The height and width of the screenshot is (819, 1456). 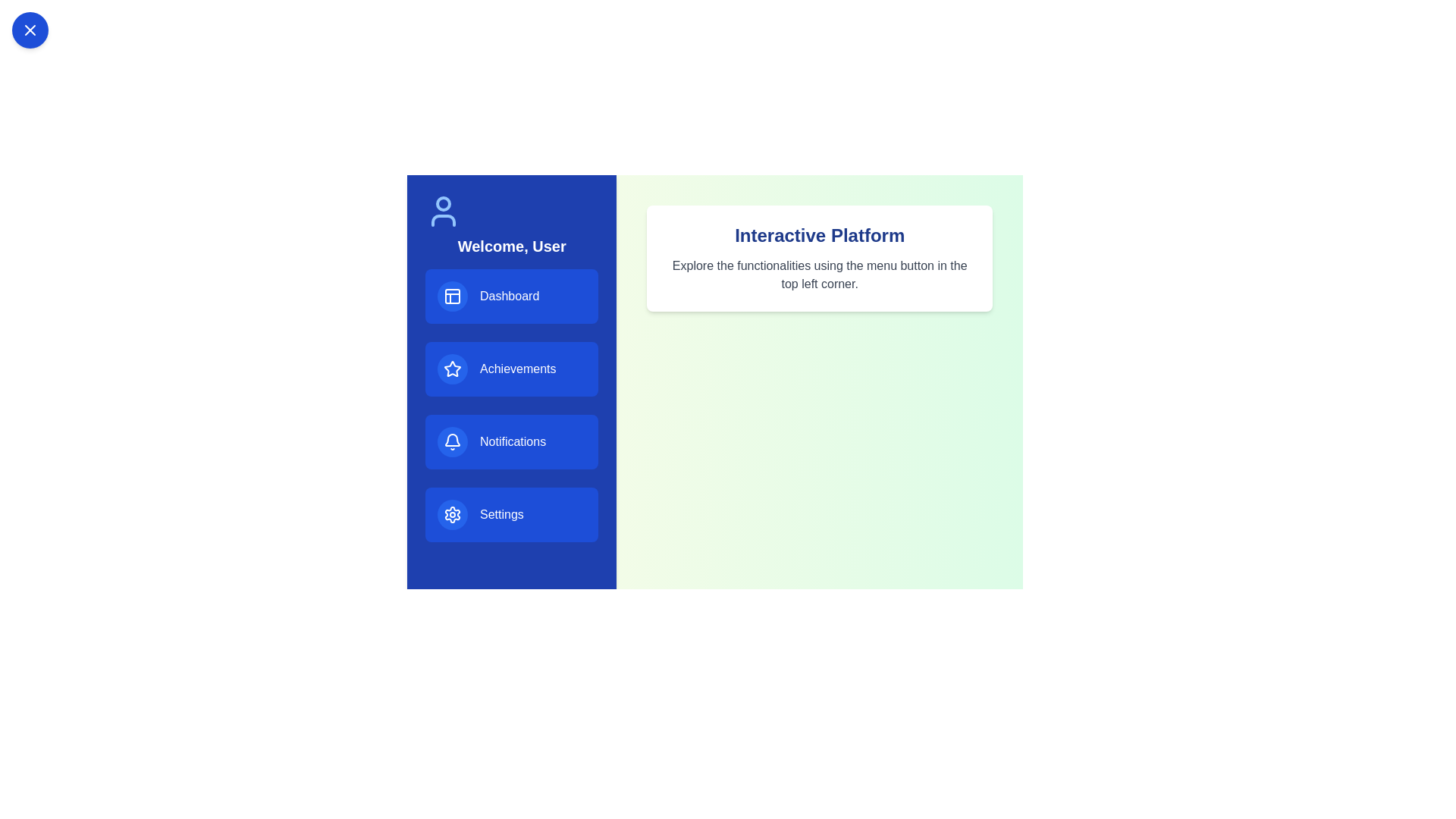 What do you see at coordinates (512, 296) in the screenshot?
I see `the menu item labeled Dashboard from the sidebar` at bounding box center [512, 296].